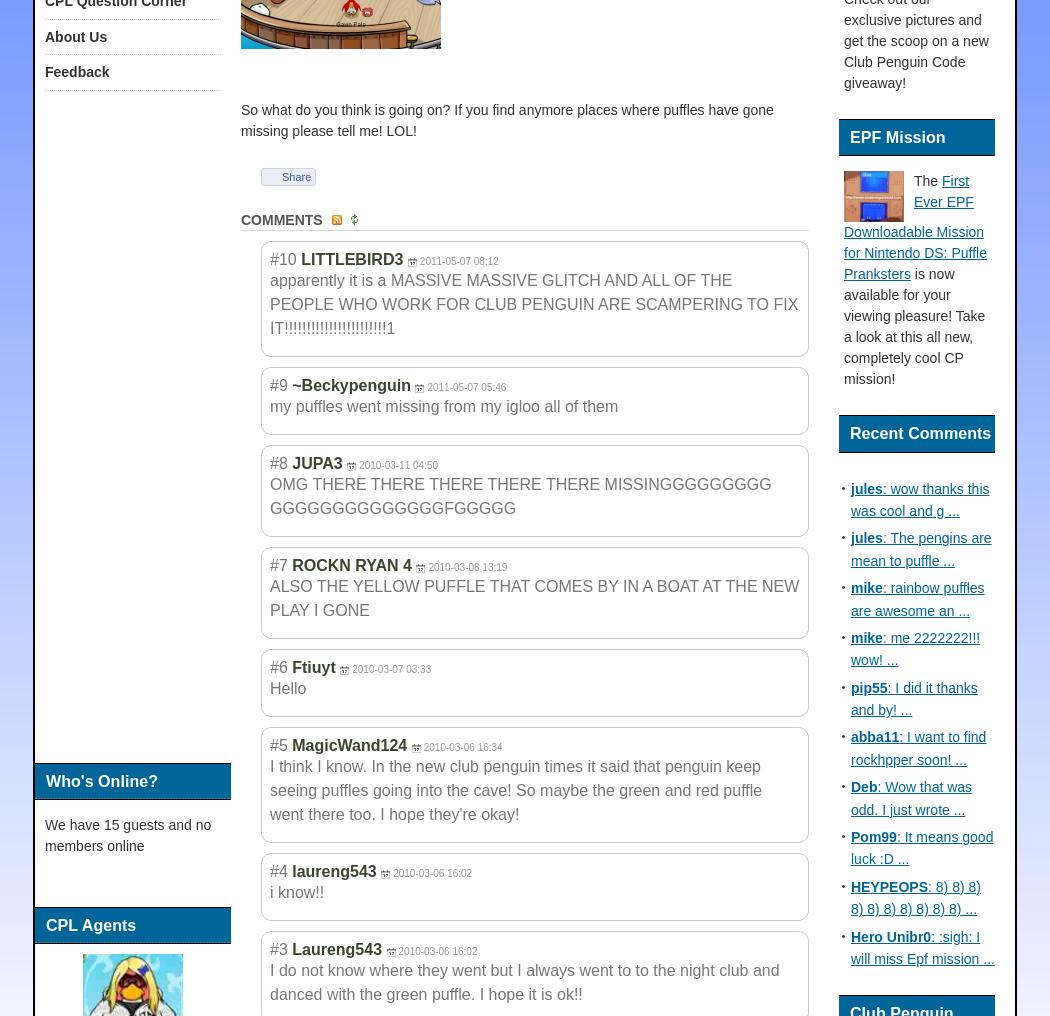 This screenshot has height=1016, width=1050. I want to click on 'is now available for your viewing pleasure! Take a look at this all new, completely cool CP mission!', so click(914, 326).